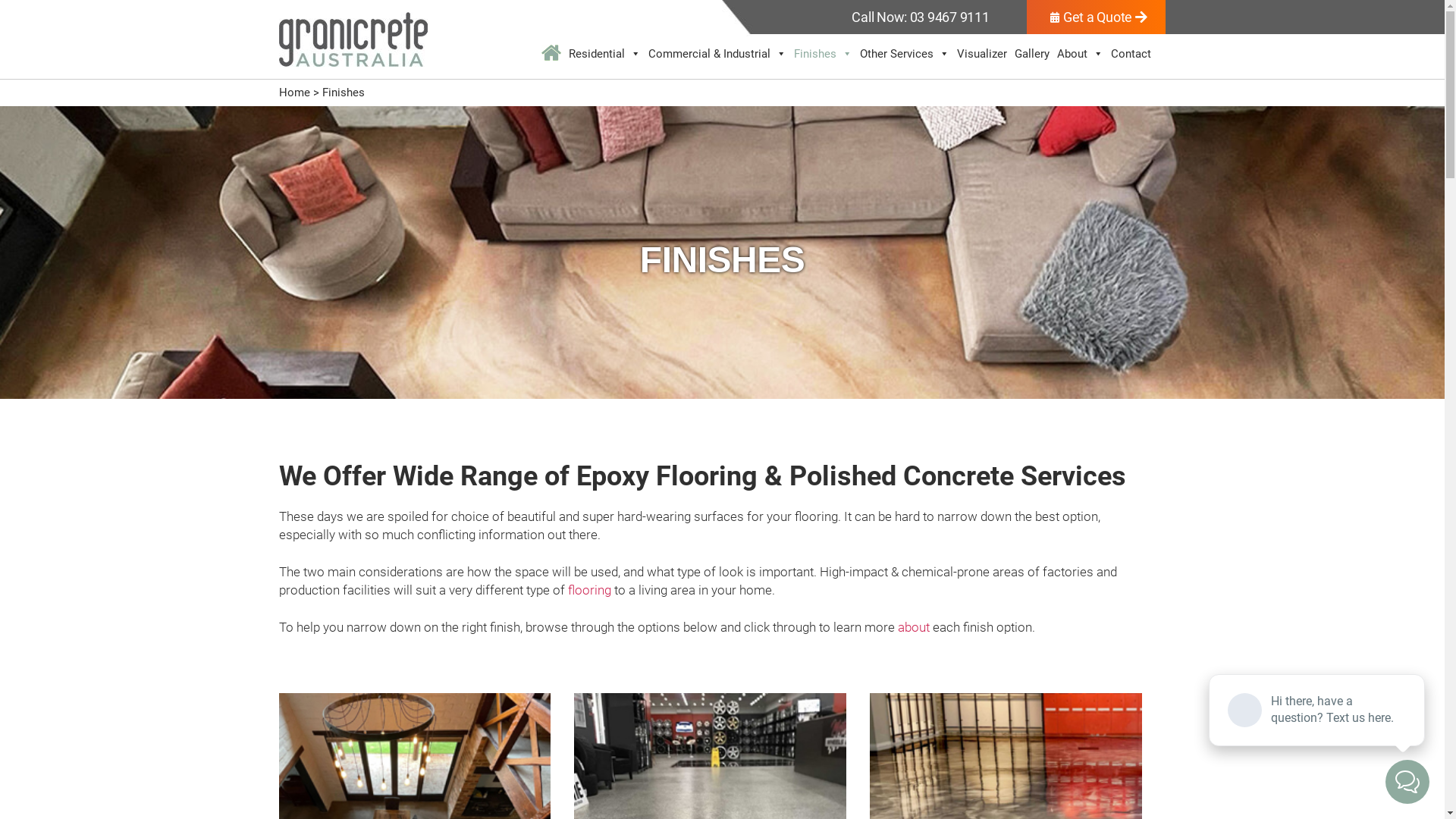 Image resolution: width=1456 pixels, height=819 pixels. Describe the element at coordinates (588, 589) in the screenshot. I see `'flooring'` at that location.